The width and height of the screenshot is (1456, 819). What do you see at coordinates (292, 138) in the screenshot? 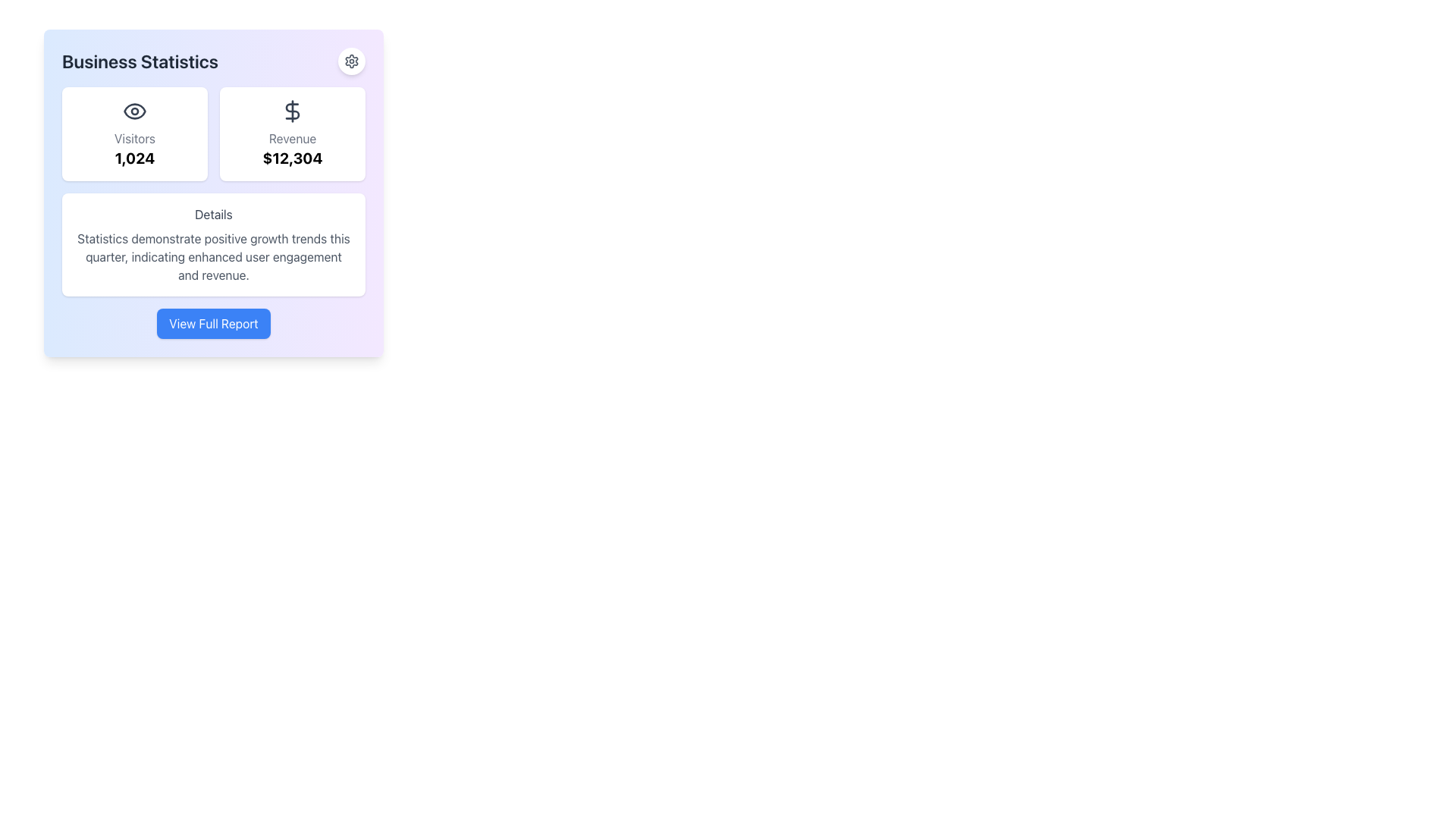
I see `the static text label that clarifies the financial metric displayed below it, located in the second card column of the 'Business Statistics' card layout, positioned fourth among its siblings, above the '$12,304' text` at bounding box center [292, 138].